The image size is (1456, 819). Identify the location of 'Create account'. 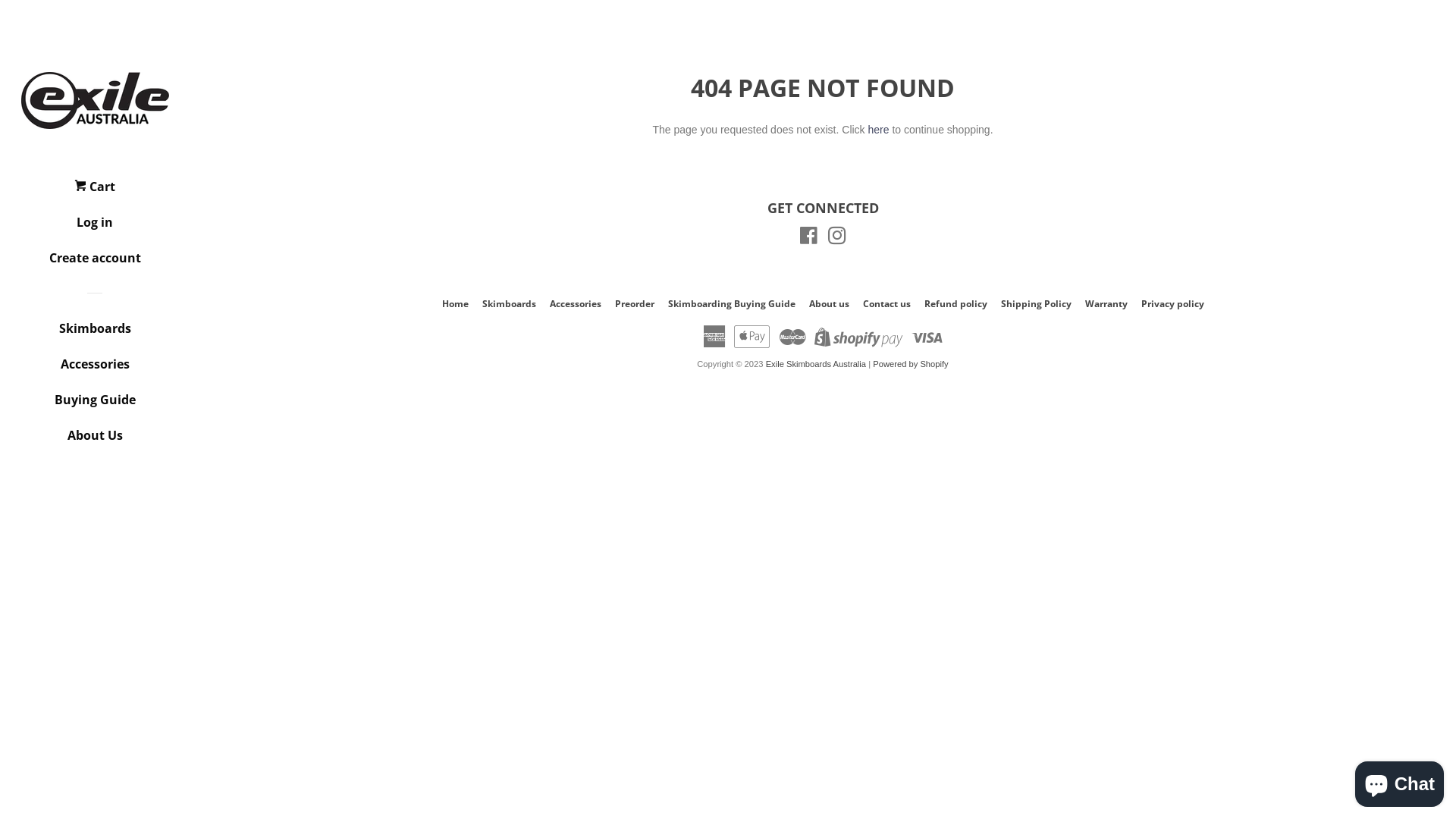
(33, 262).